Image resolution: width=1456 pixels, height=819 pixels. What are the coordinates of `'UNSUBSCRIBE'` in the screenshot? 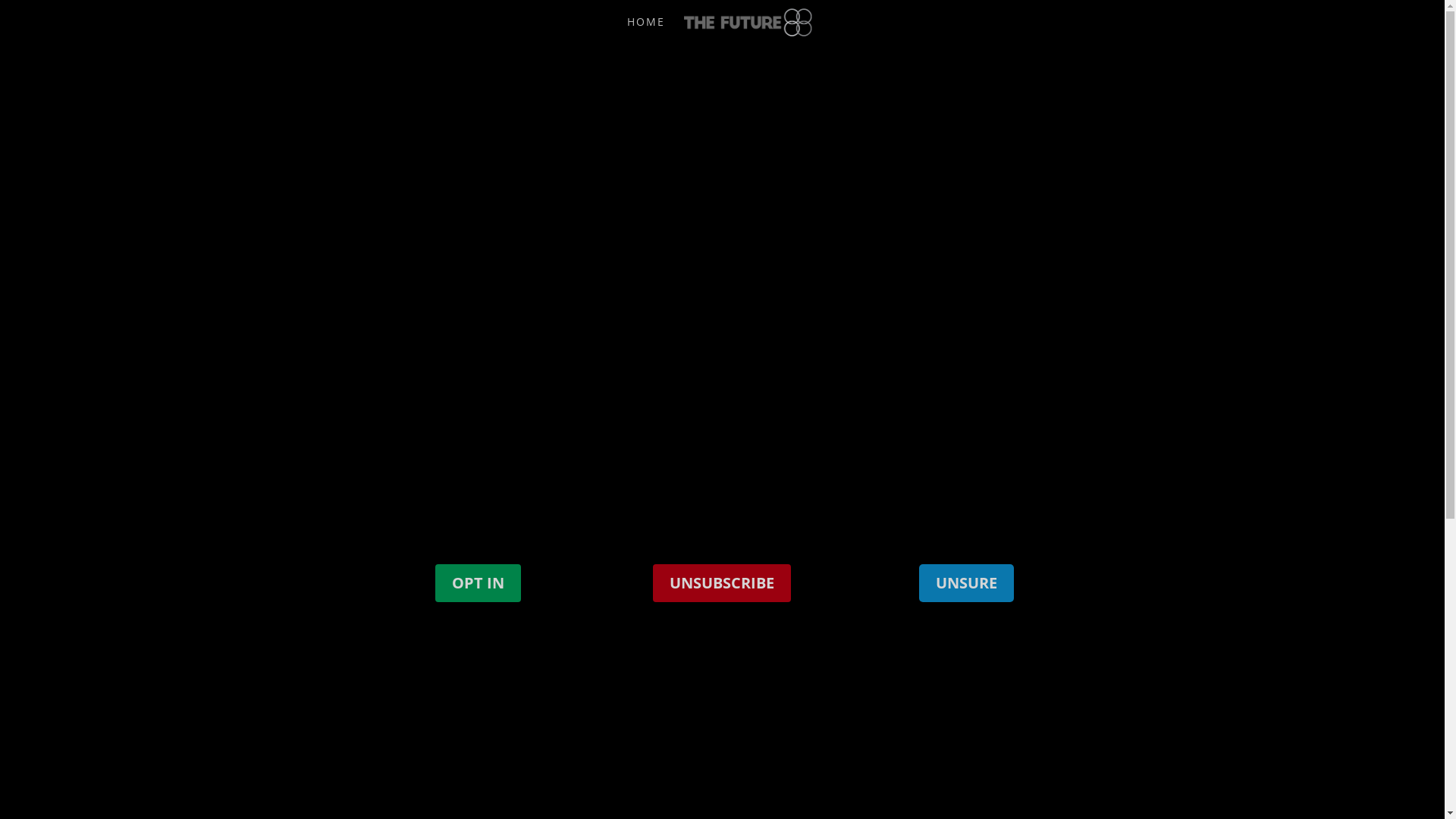 It's located at (720, 582).